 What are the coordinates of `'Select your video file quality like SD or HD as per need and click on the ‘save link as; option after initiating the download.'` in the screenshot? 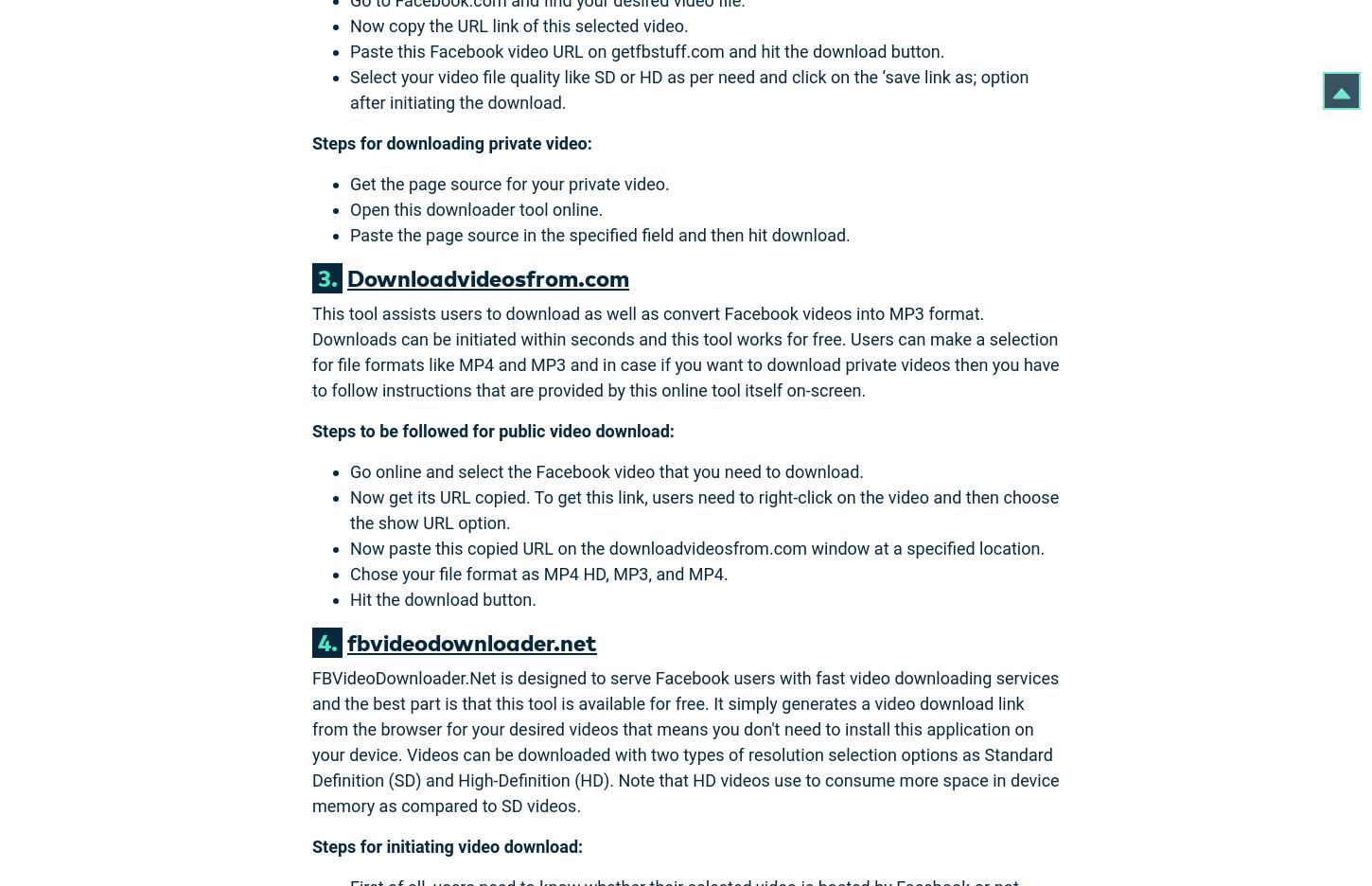 It's located at (689, 87).